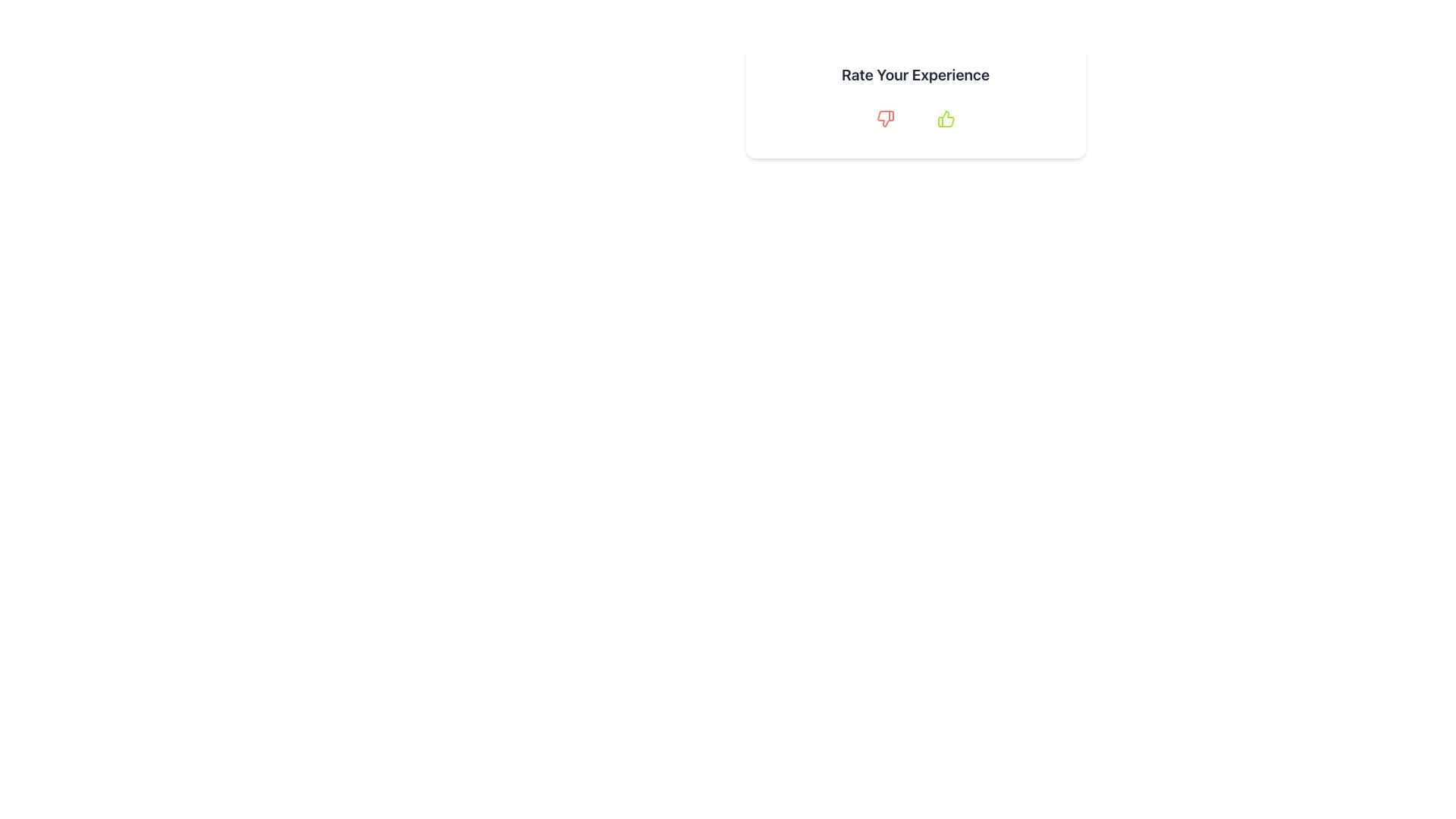 The width and height of the screenshot is (1456, 819). Describe the element at coordinates (885, 118) in the screenshot. I see `the red thumbs-down icon, which is styled with a curved thumb and outlines in bold stroke, located on the left side of the feedback options within a rectangular card area` at that location.